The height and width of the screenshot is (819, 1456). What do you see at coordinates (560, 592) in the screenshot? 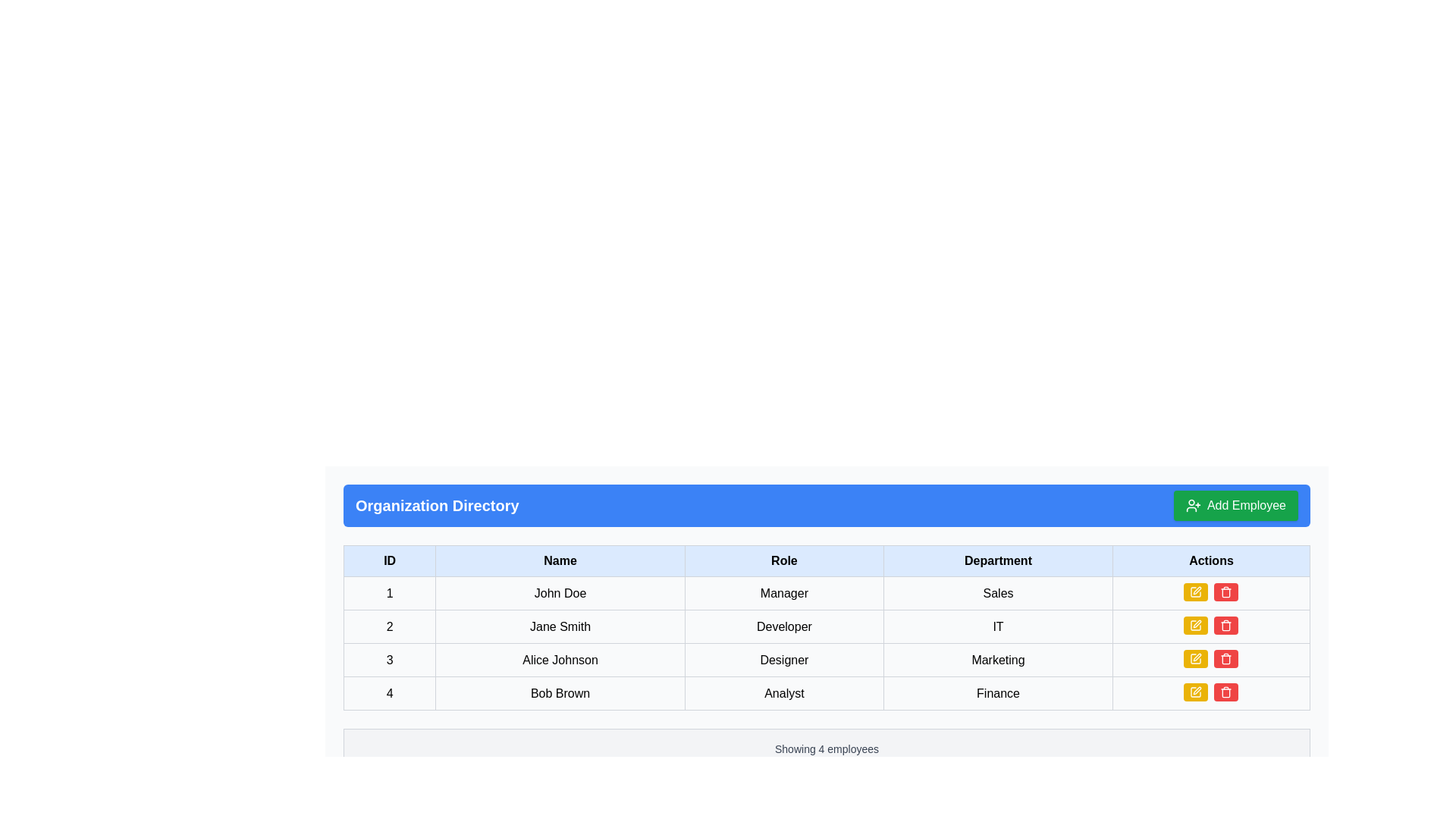
I see `the text label displaying 'John Doe', which is located in the second column of the first row under the 'Name' column` at bounding box center [560, 592].